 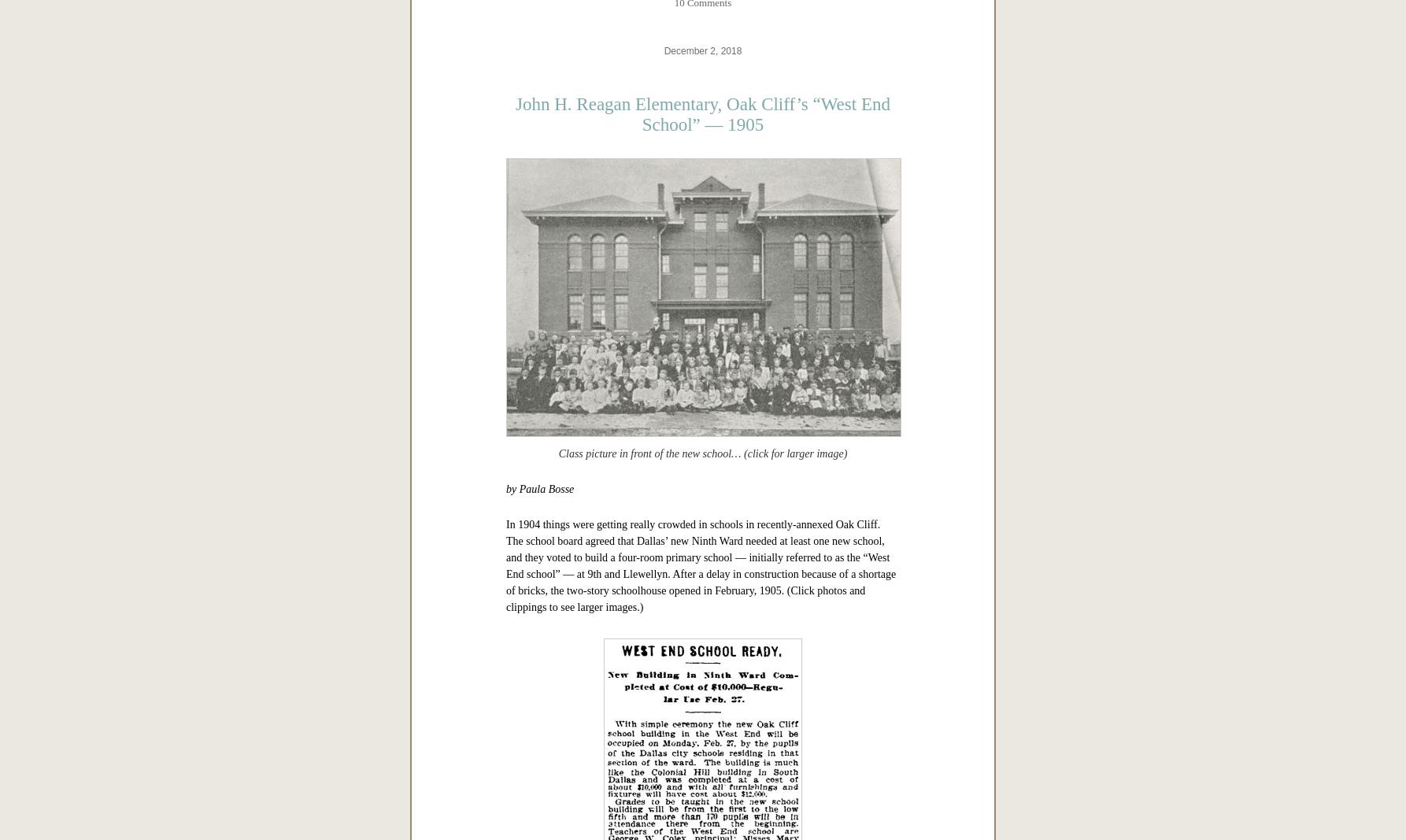 What do you see at coordinates (505, 147) in the screenshot?
I see `'More on Lake Cliff can be found in'` at bounding box center [505, 147].